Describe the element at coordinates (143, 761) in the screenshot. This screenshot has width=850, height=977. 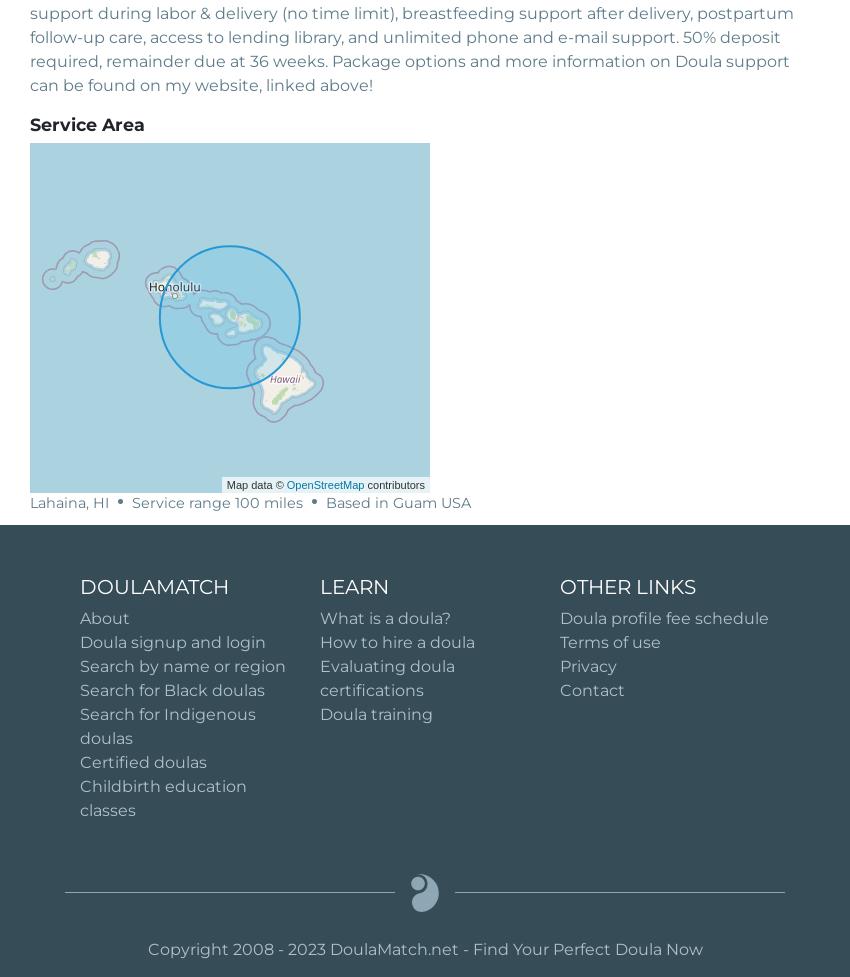
I see `'Certified doulas'` at that location.